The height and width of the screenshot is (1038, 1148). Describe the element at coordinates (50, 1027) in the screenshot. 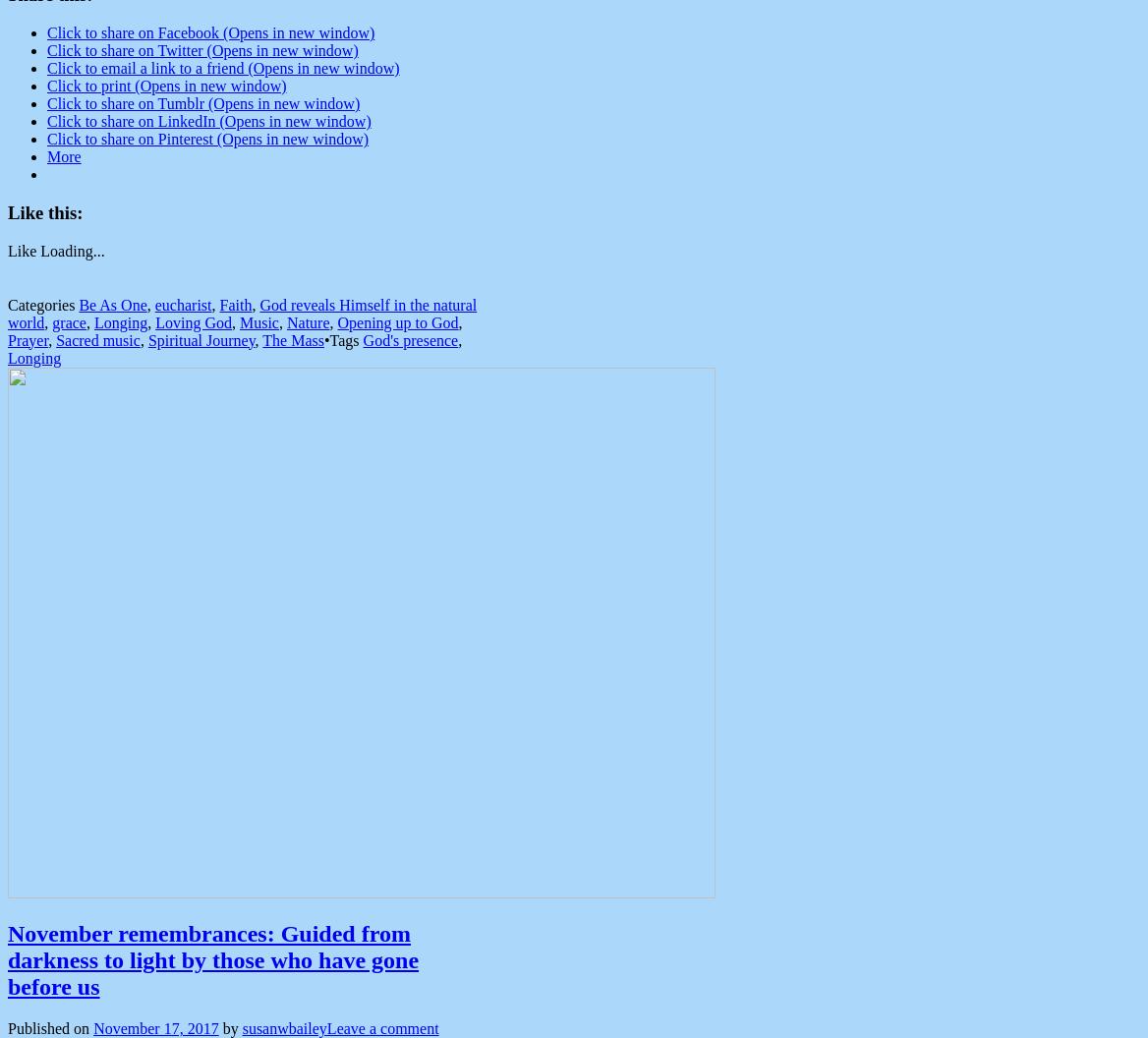

I see `'Published on'` at that location.